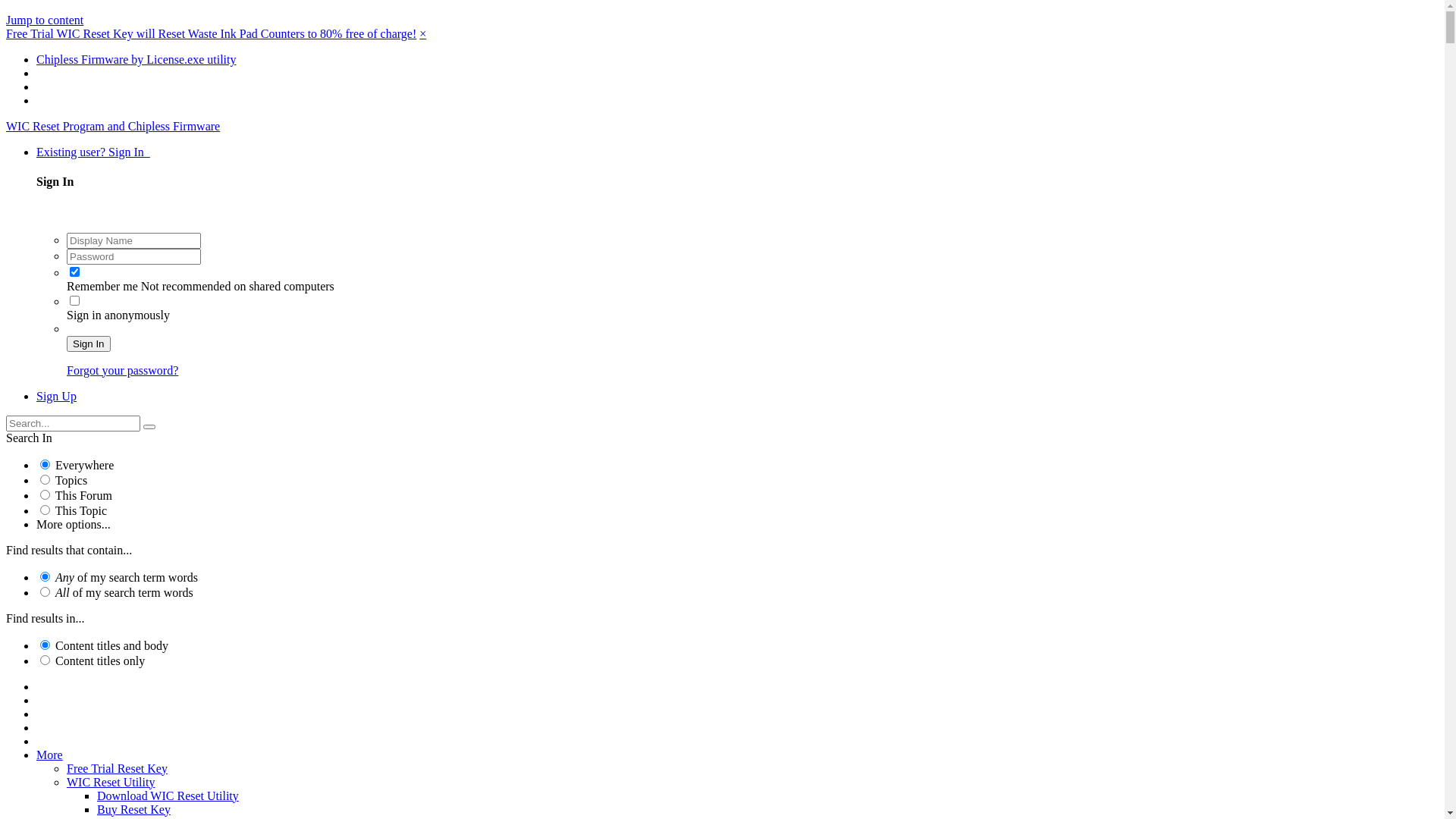 The image size is (1456, 819). I want to click on 'Forgot your password?', so click(122, 370).